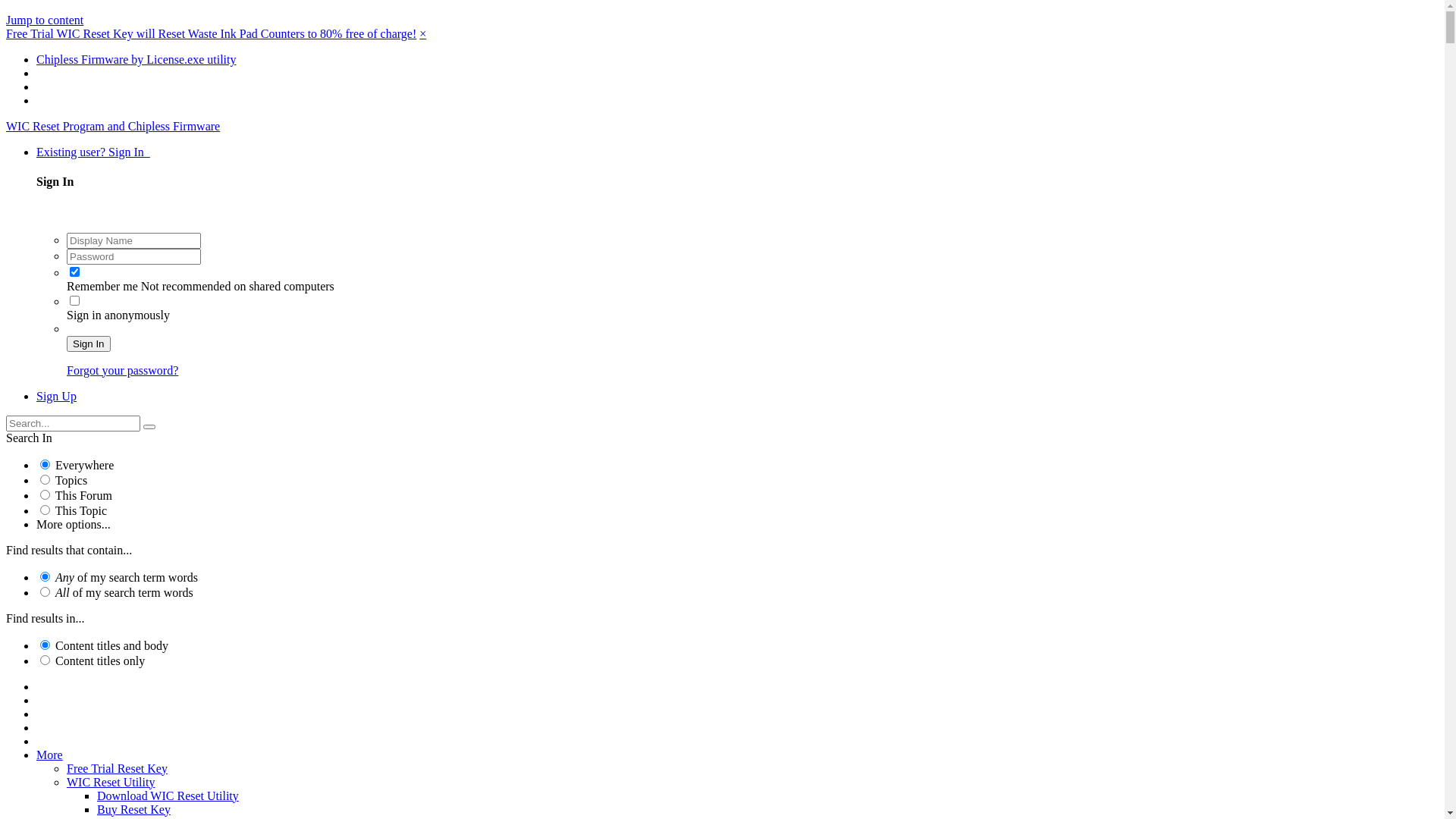 The image size is (1456, 819). I want to click on 'Forgot your password?', so click(122, 370).